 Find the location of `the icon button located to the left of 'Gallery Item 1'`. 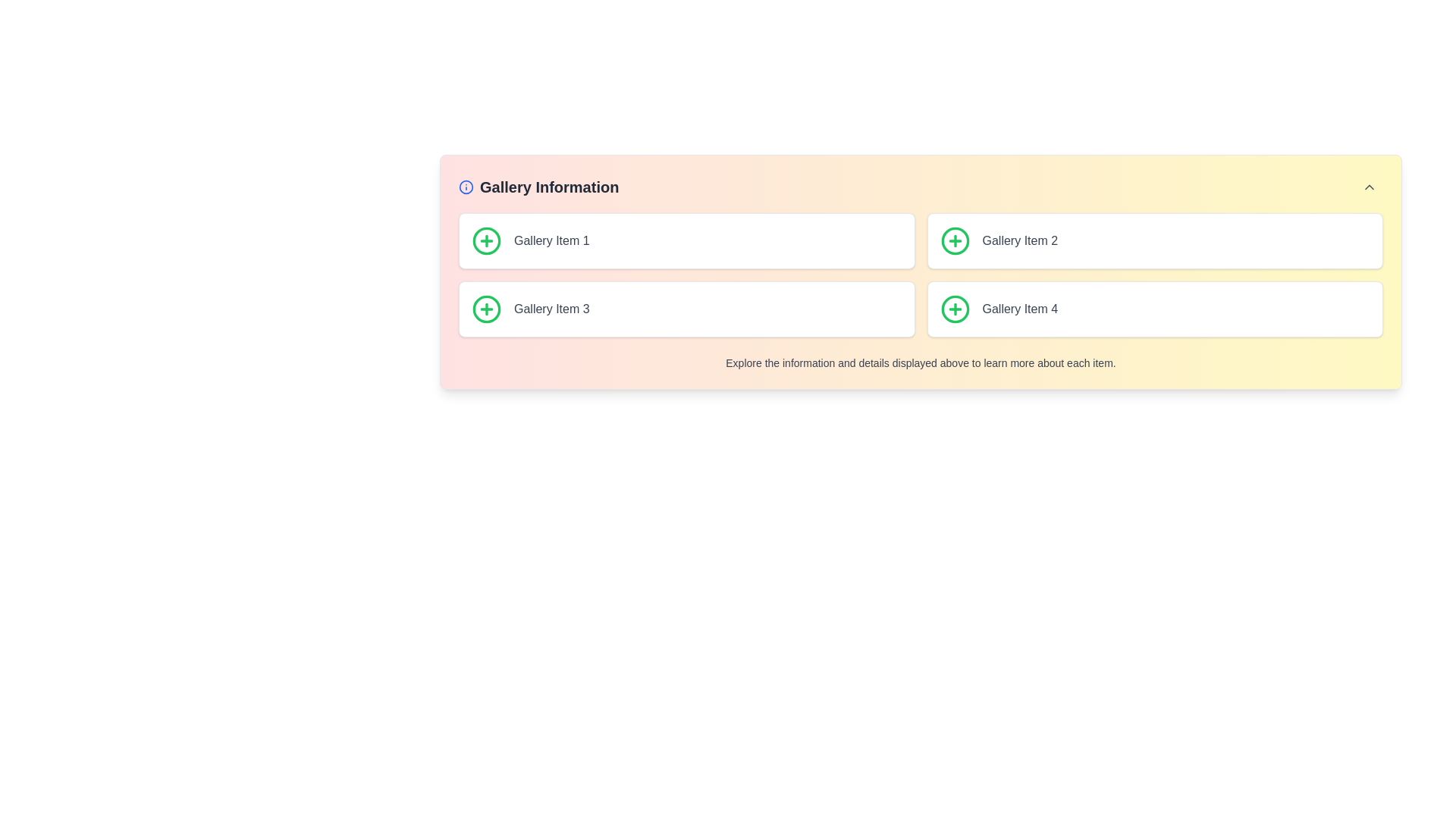

the icon button located to the left of 'Gallery Item 1' is located at coordinates (487, 240).